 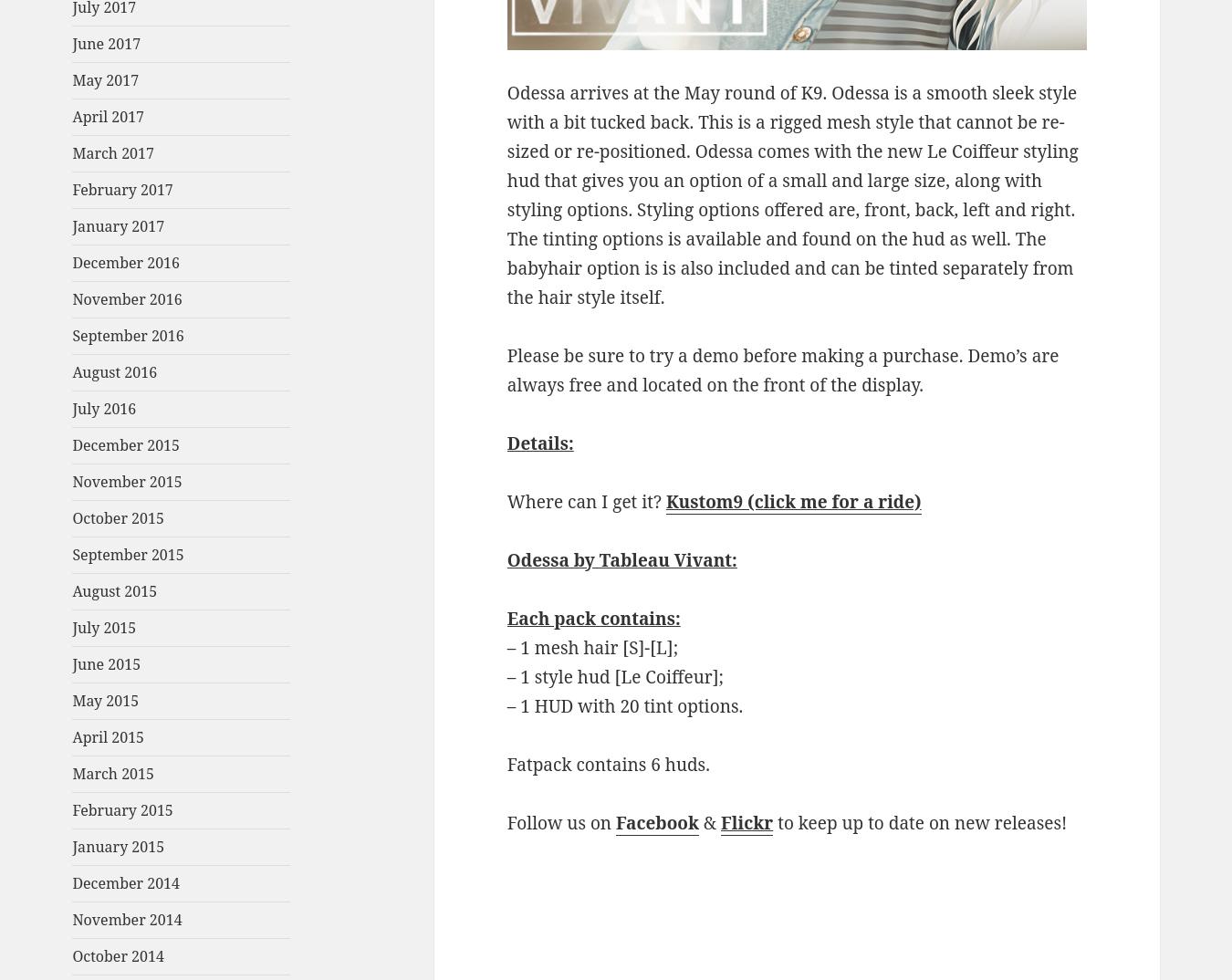 What do you see at coordinates (70, 517) in the screenshot?
I see `'October 2015'` at bounding box center [70, 517].